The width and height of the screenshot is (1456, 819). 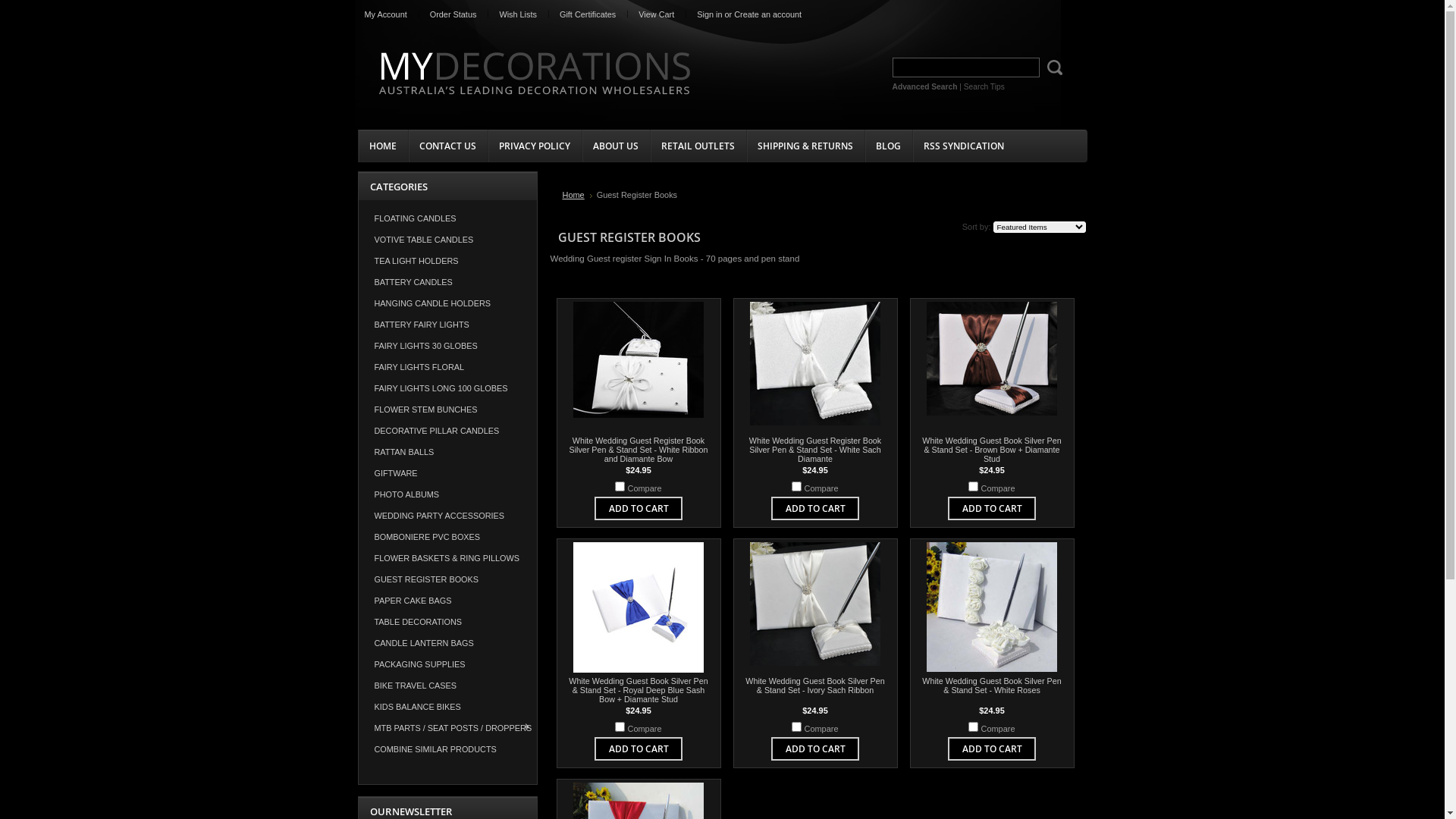 What do you see at coordinates (447, 599) in the screenshot?
I see `'PAPER CAKE BAGS'` at bounding box center [447, 599].